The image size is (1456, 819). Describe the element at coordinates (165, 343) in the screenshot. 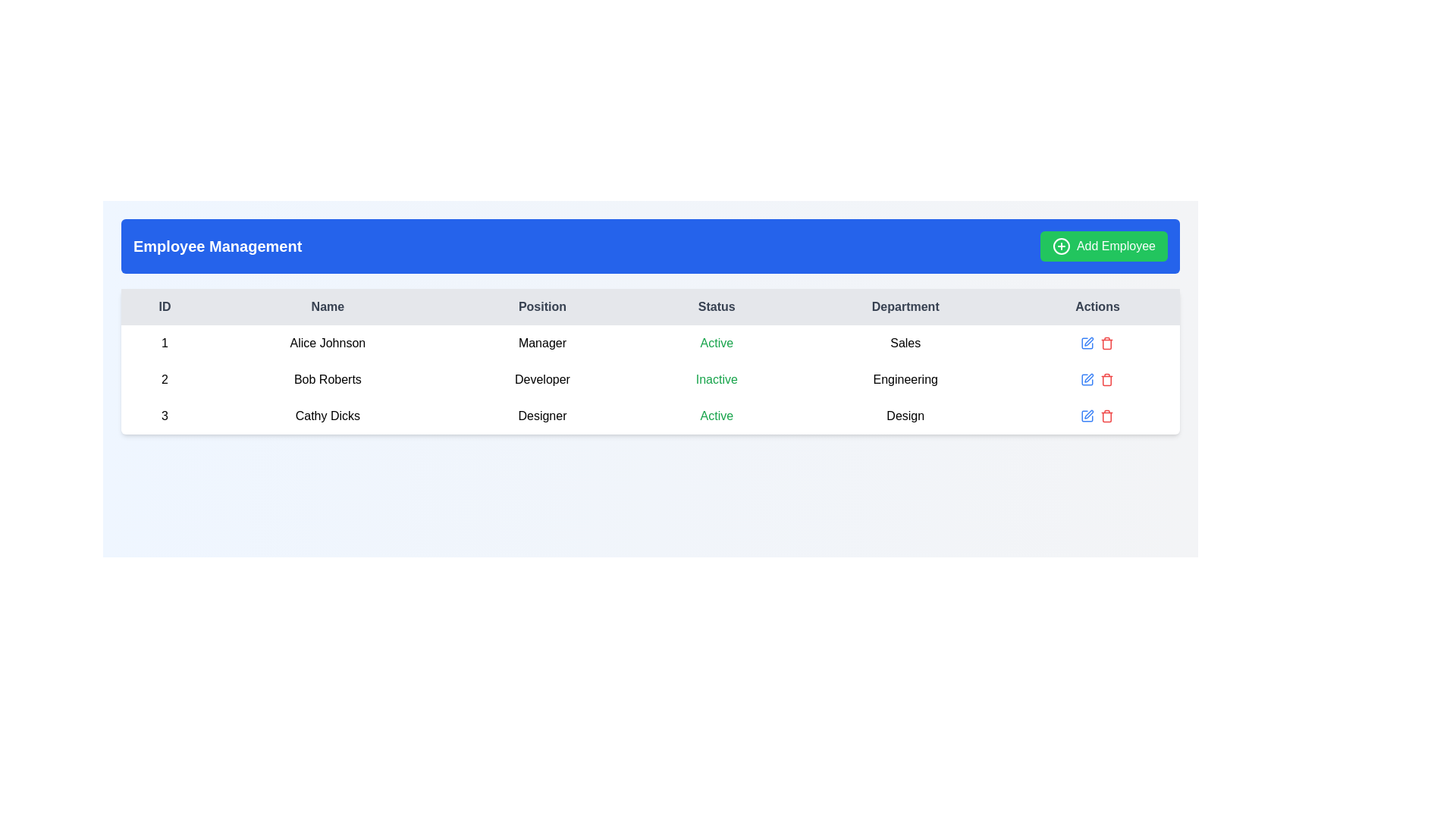

I see `value '1' displayed in bold font within the table cell located in the first column of the row corresponding to 'Alice Johnson'` at that location.